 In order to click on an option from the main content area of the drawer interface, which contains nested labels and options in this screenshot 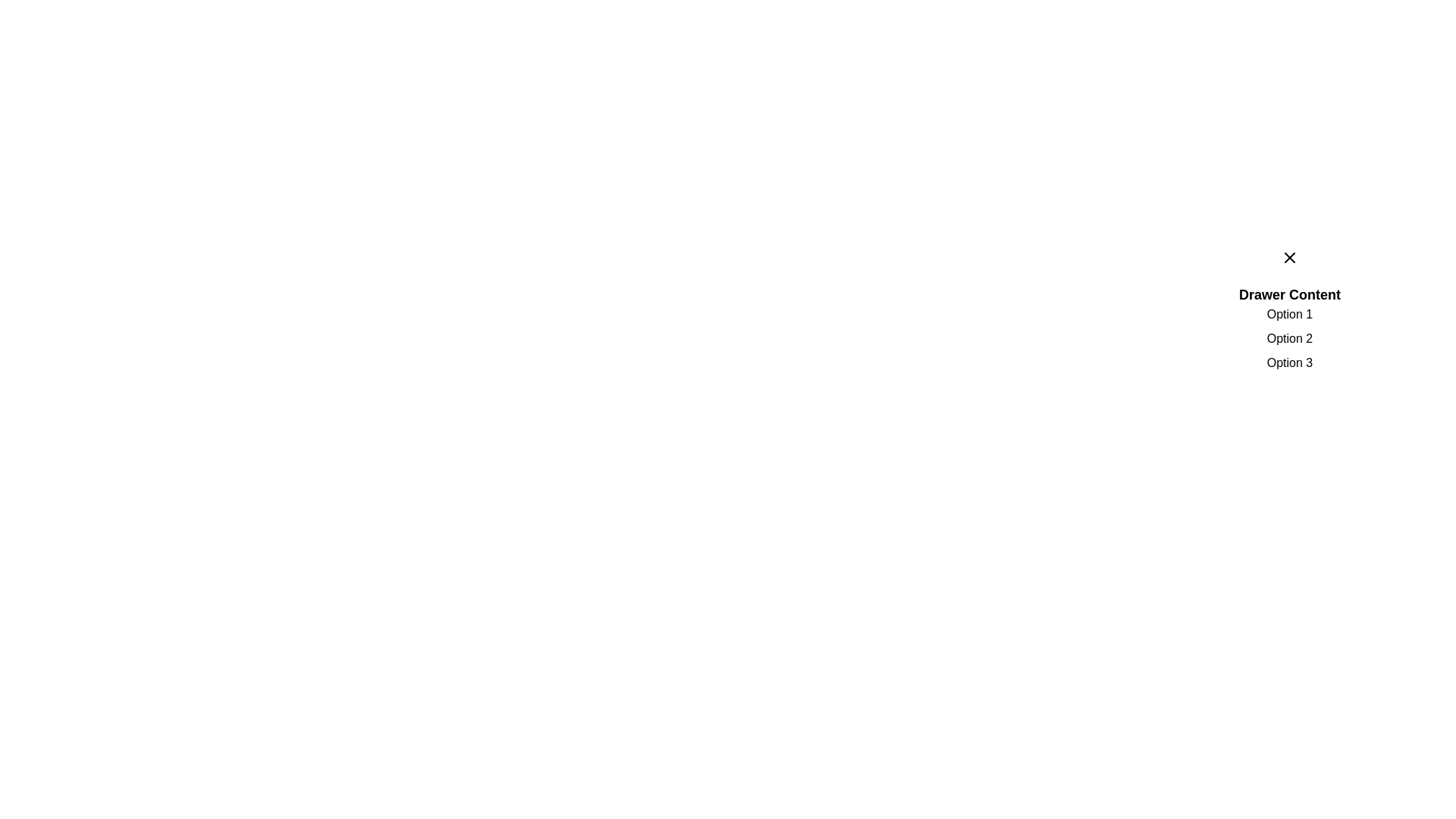, I will do `click(1288, 315)`.